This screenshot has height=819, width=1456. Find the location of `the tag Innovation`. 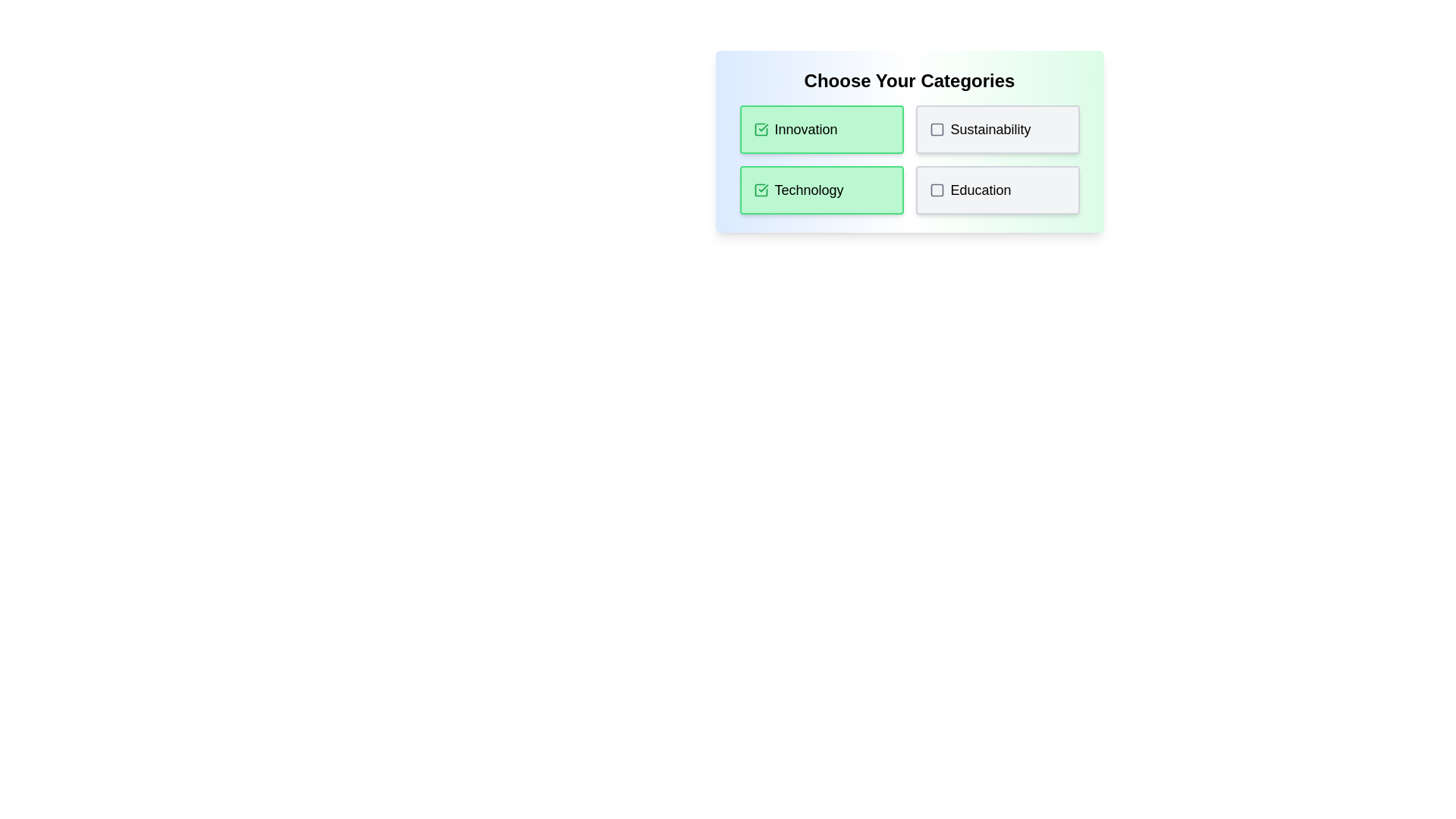

the tag Innovation is located at coordinates (821, 128).